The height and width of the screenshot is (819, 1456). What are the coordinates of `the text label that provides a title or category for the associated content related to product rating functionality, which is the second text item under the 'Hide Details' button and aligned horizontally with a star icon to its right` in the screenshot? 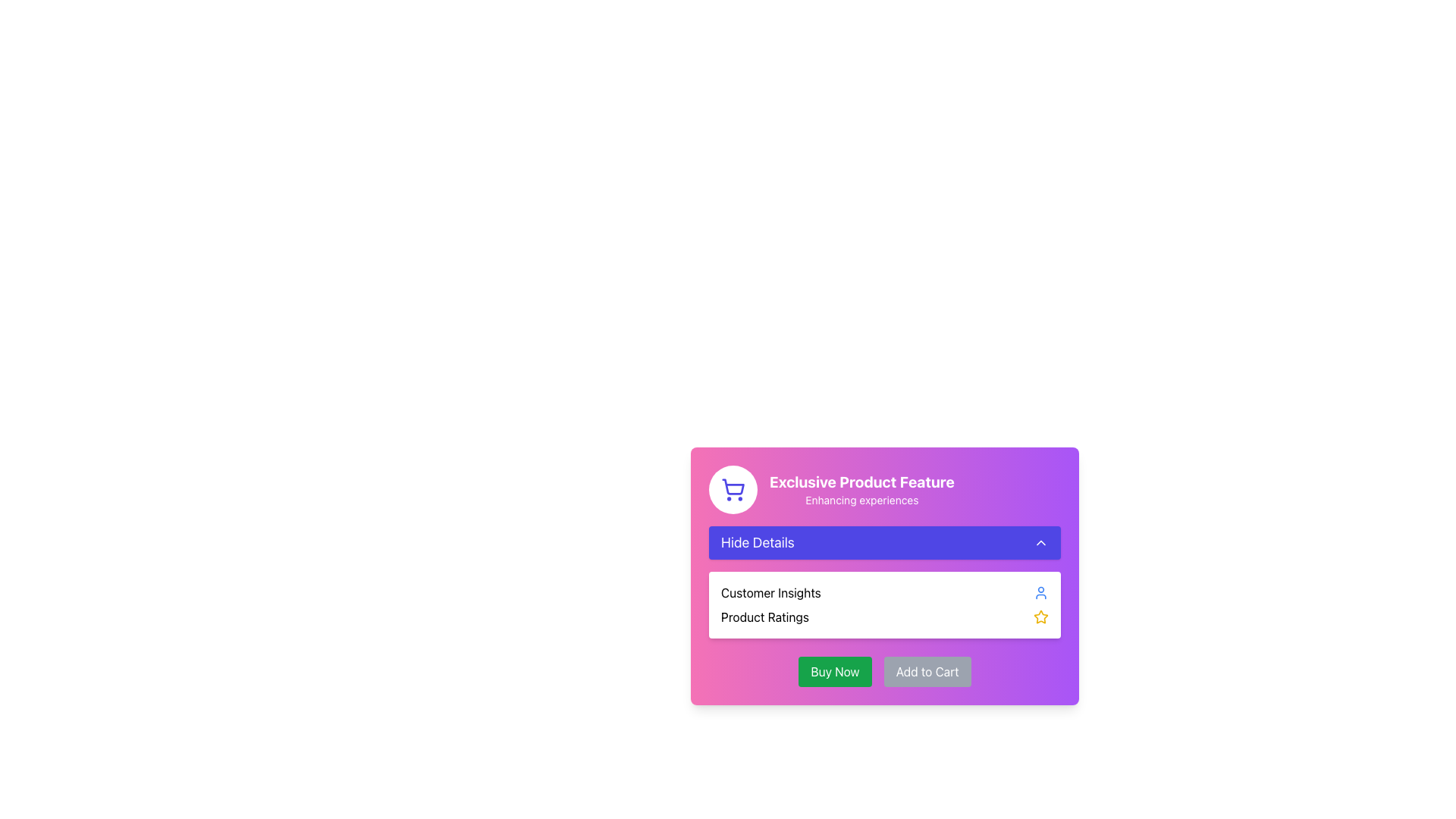 It's located at (764, 617).